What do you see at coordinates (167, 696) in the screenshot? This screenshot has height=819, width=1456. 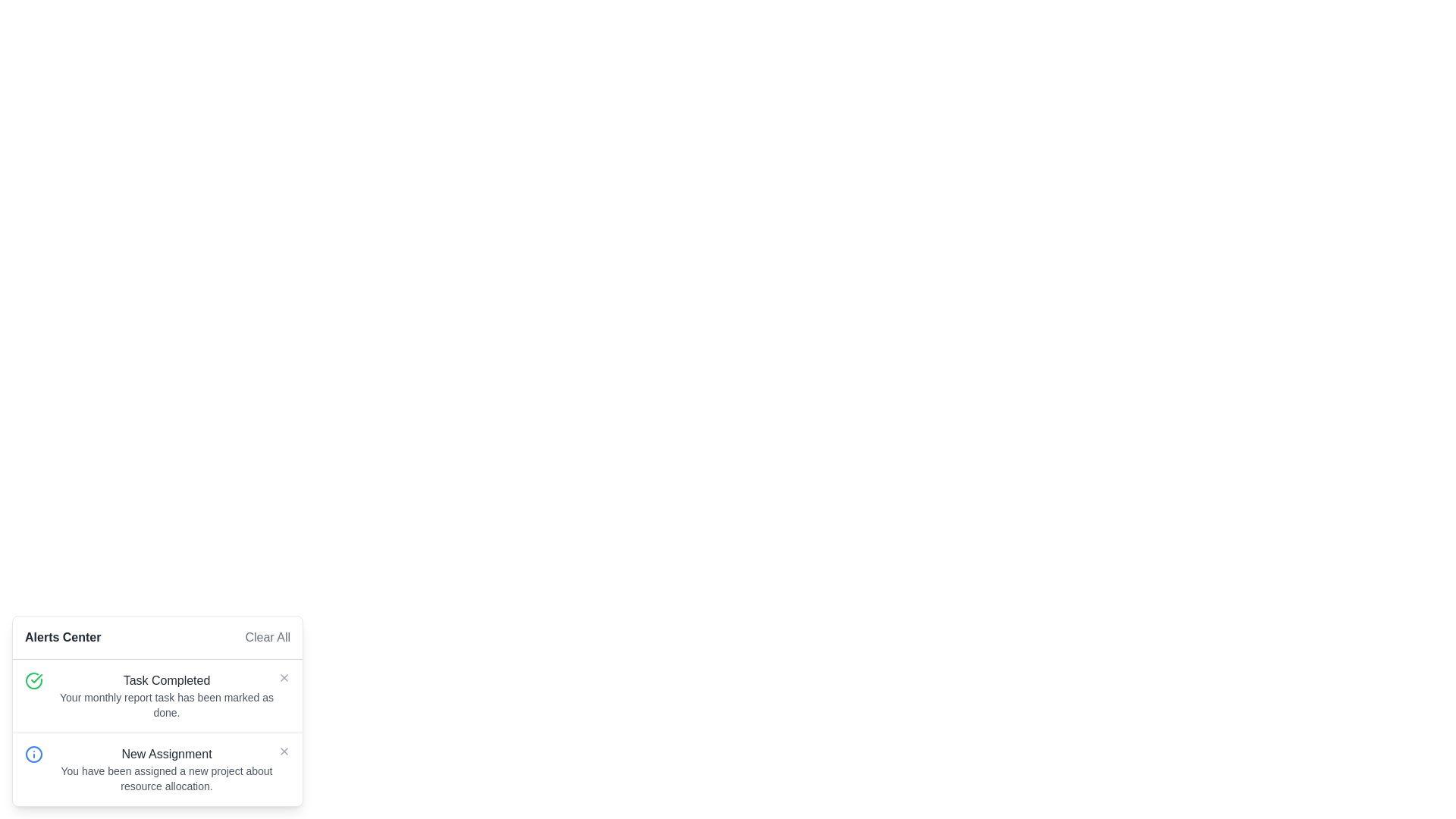 I see `the text display element that shows 'Task Completed' and 'Your monthly report task has been marked as done' in the Alerts Center notification card` at bounding box center [167, 696].